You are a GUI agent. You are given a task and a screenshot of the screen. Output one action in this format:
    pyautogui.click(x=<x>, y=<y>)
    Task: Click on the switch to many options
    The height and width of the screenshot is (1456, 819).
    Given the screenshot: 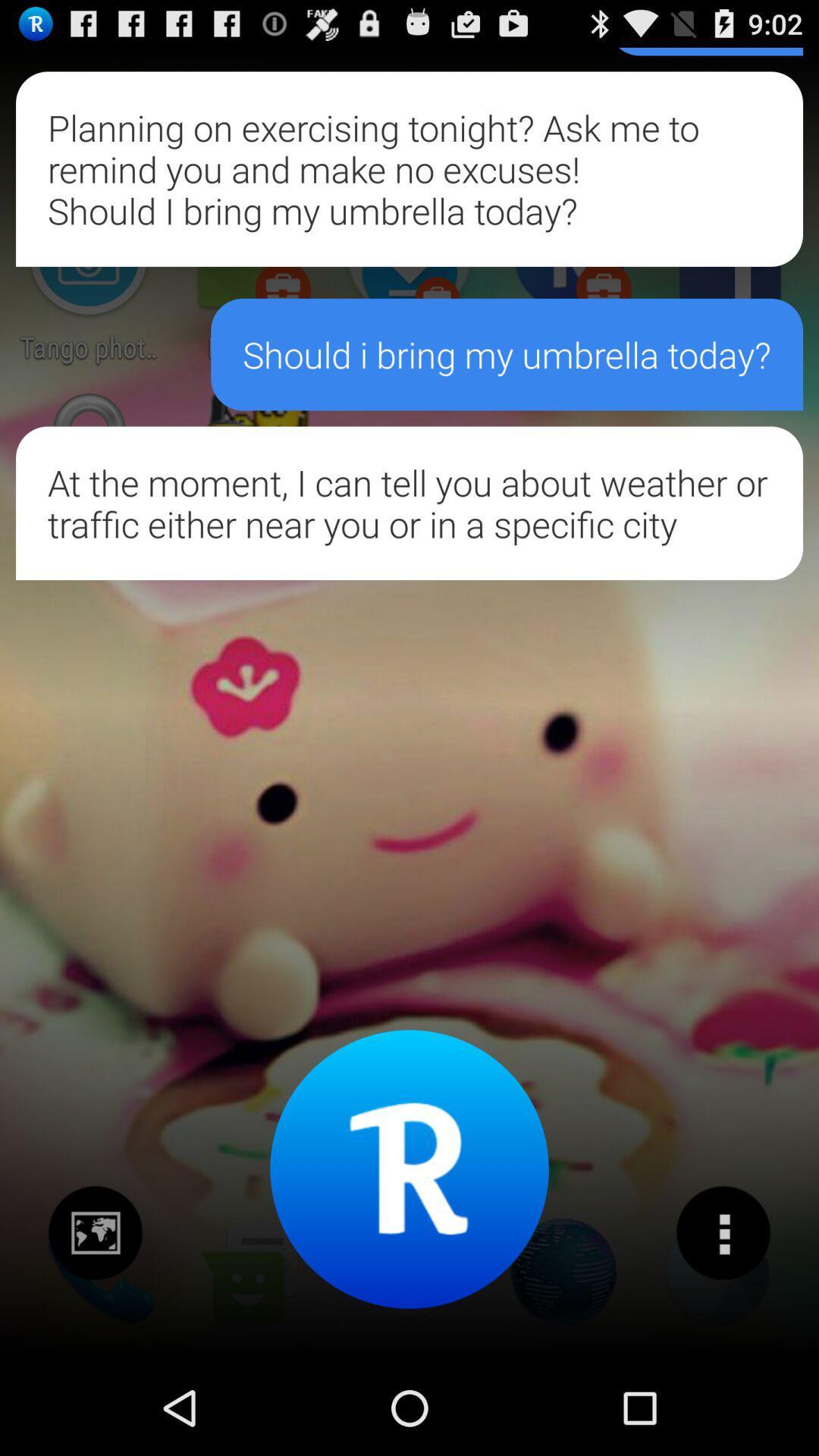 What is the action you would take?
    pyautogui.click(x=722, y=1233)
    